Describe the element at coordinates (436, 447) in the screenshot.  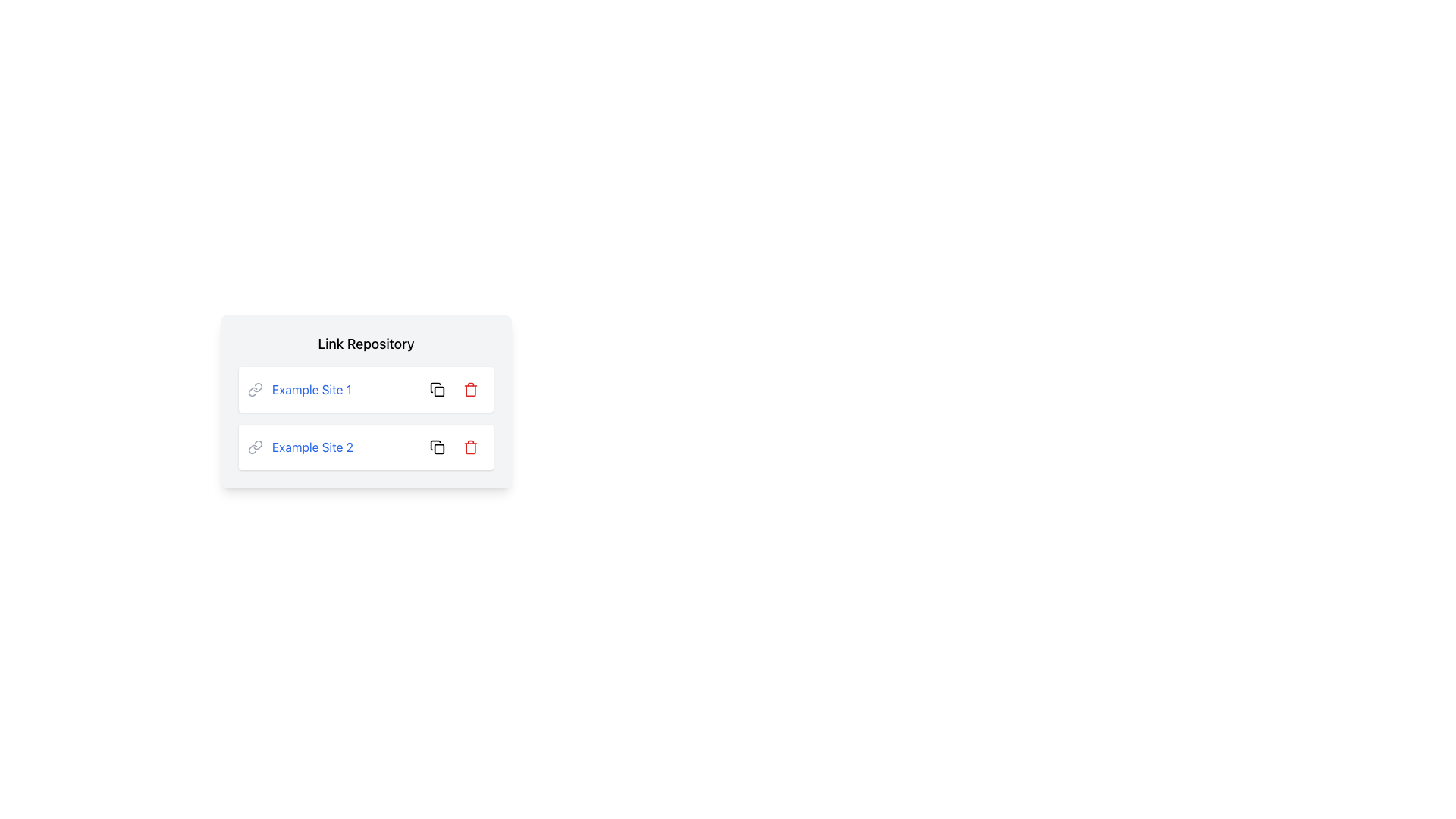
I see `the copy action button, which is an icon with two overlapping rectangles and is positioned next to the 'Example Site 2' text in the second row of the list component` at that location.